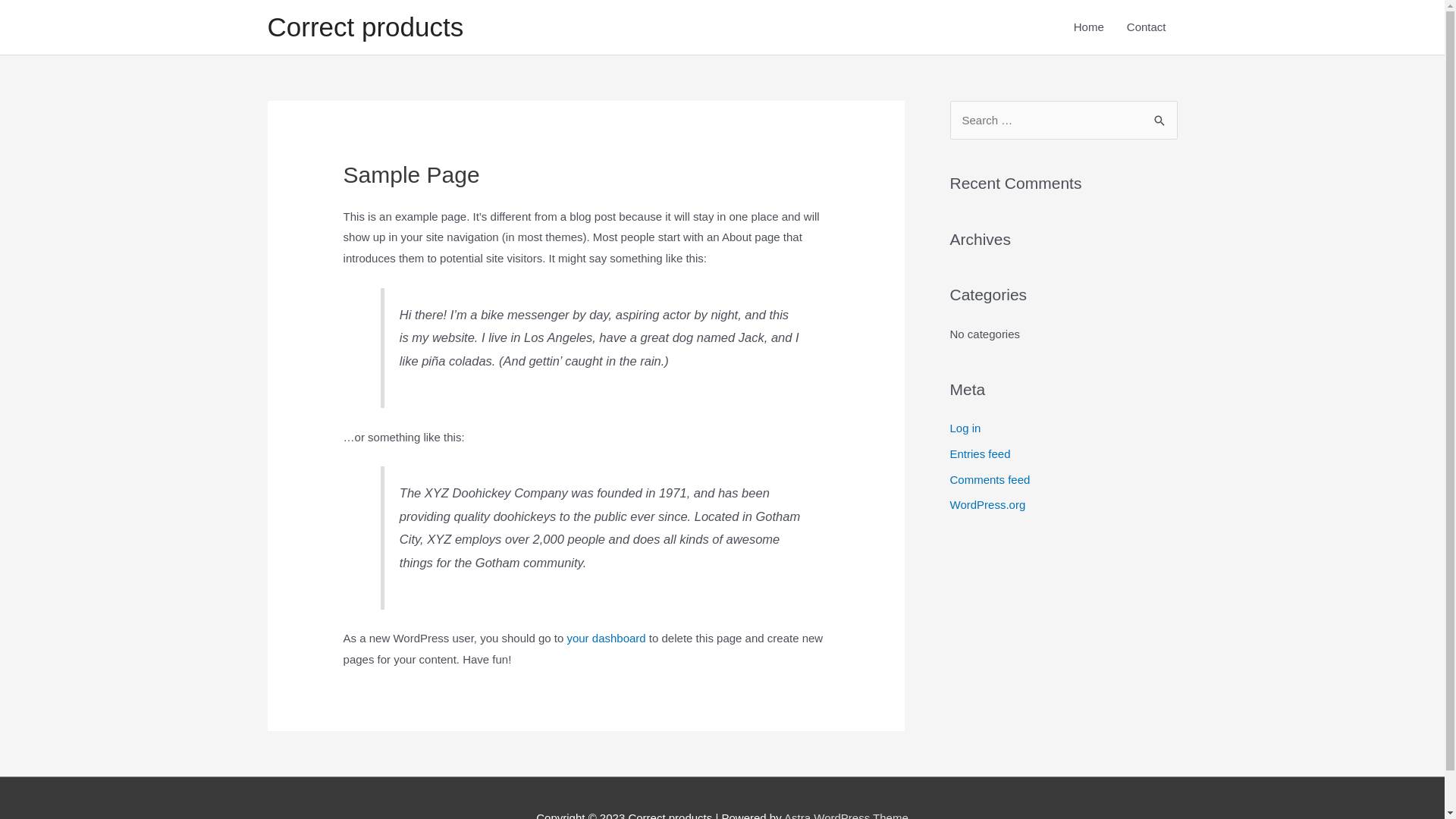  I want to click on 'Search', so click(1159, 115).